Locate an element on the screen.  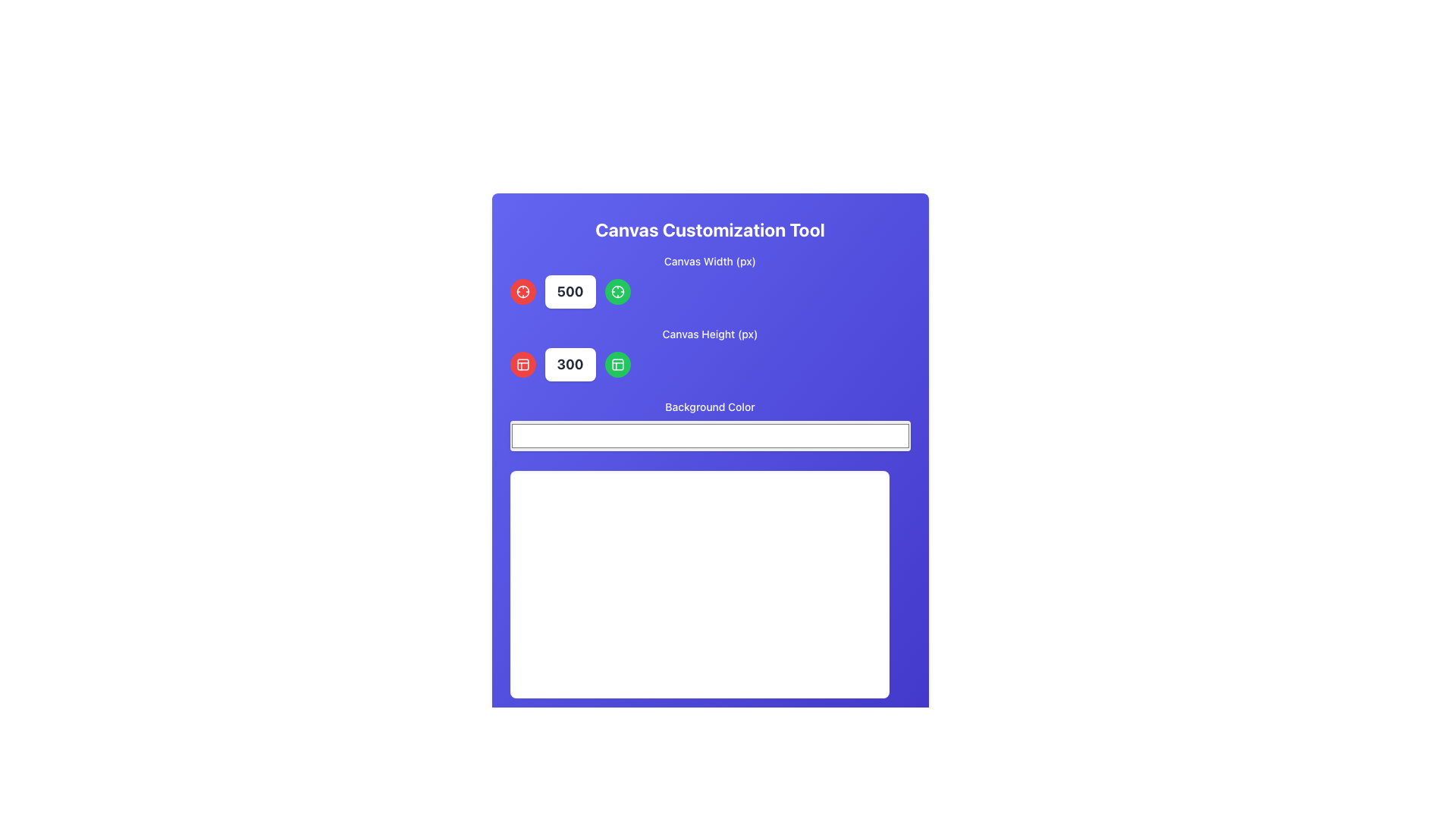
the button on the left side of the Canvas Height section to decrement the height value is located at coordinates (522, 365).